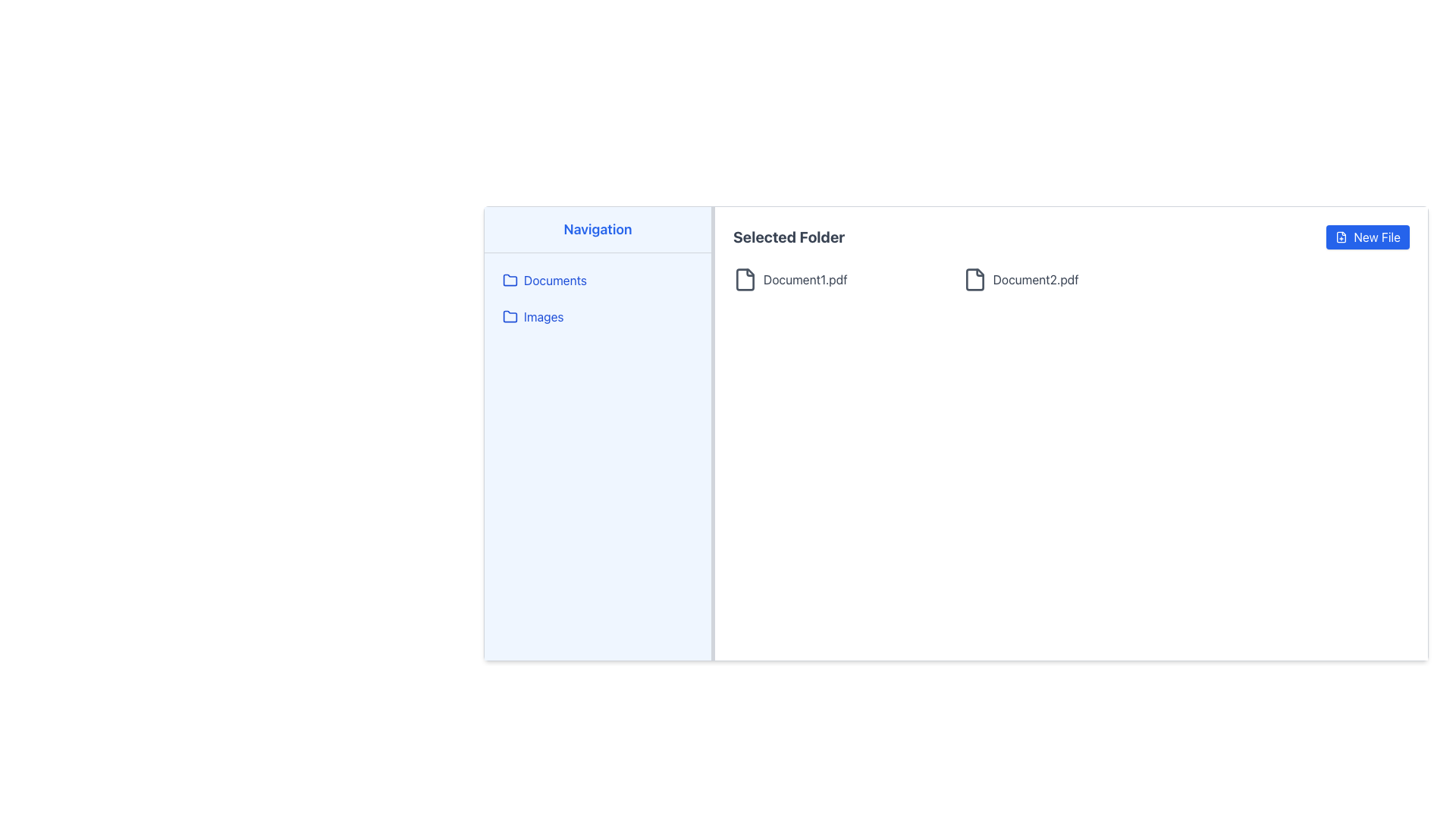 This screenshot has width=1456, height=819. Describe the element at coordinates (597, 315) in the screenshot. I see `the 'Images' button in the vertical navigation menu located in the sidebar` at that location.